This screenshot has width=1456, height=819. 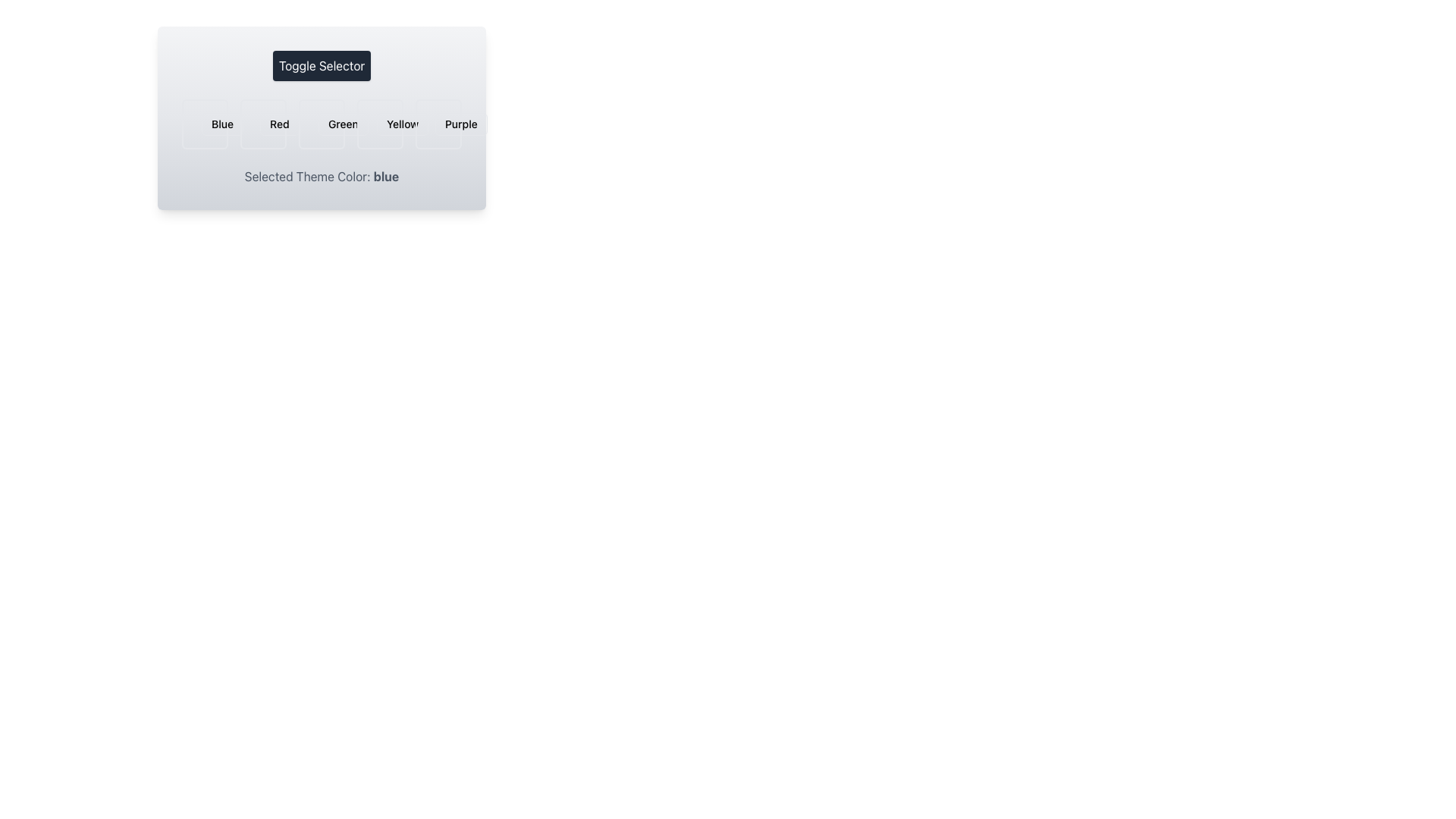 I want to click on the decorative SVG Icon representing the 'Green' option in the theme color selection toggle, which is centered above the text 'Green', so click(x=320, y=124).